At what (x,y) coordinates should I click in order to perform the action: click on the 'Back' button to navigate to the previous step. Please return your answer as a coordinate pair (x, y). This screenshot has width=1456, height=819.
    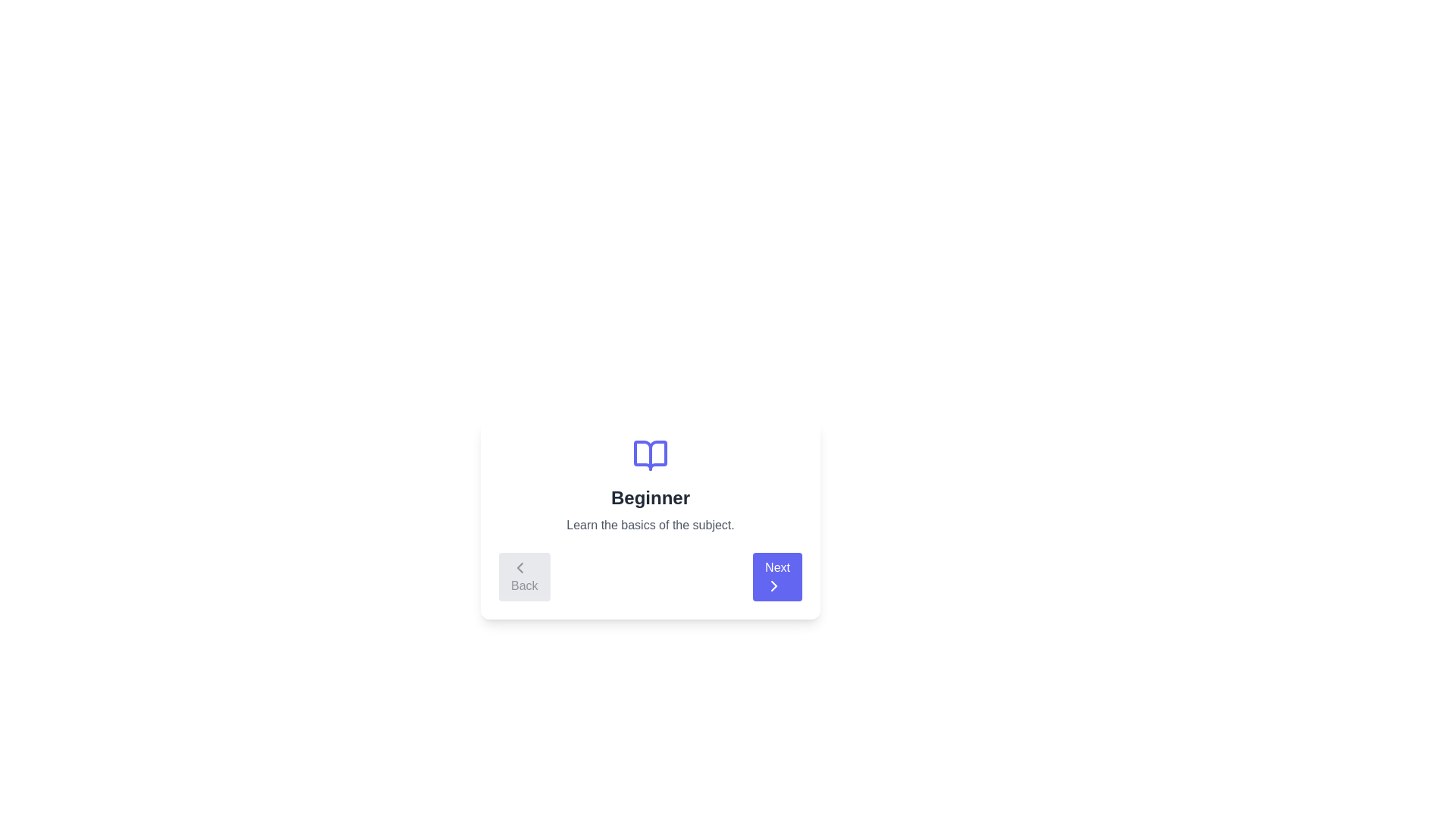
    Looking at the image, I should click on (524, 576).